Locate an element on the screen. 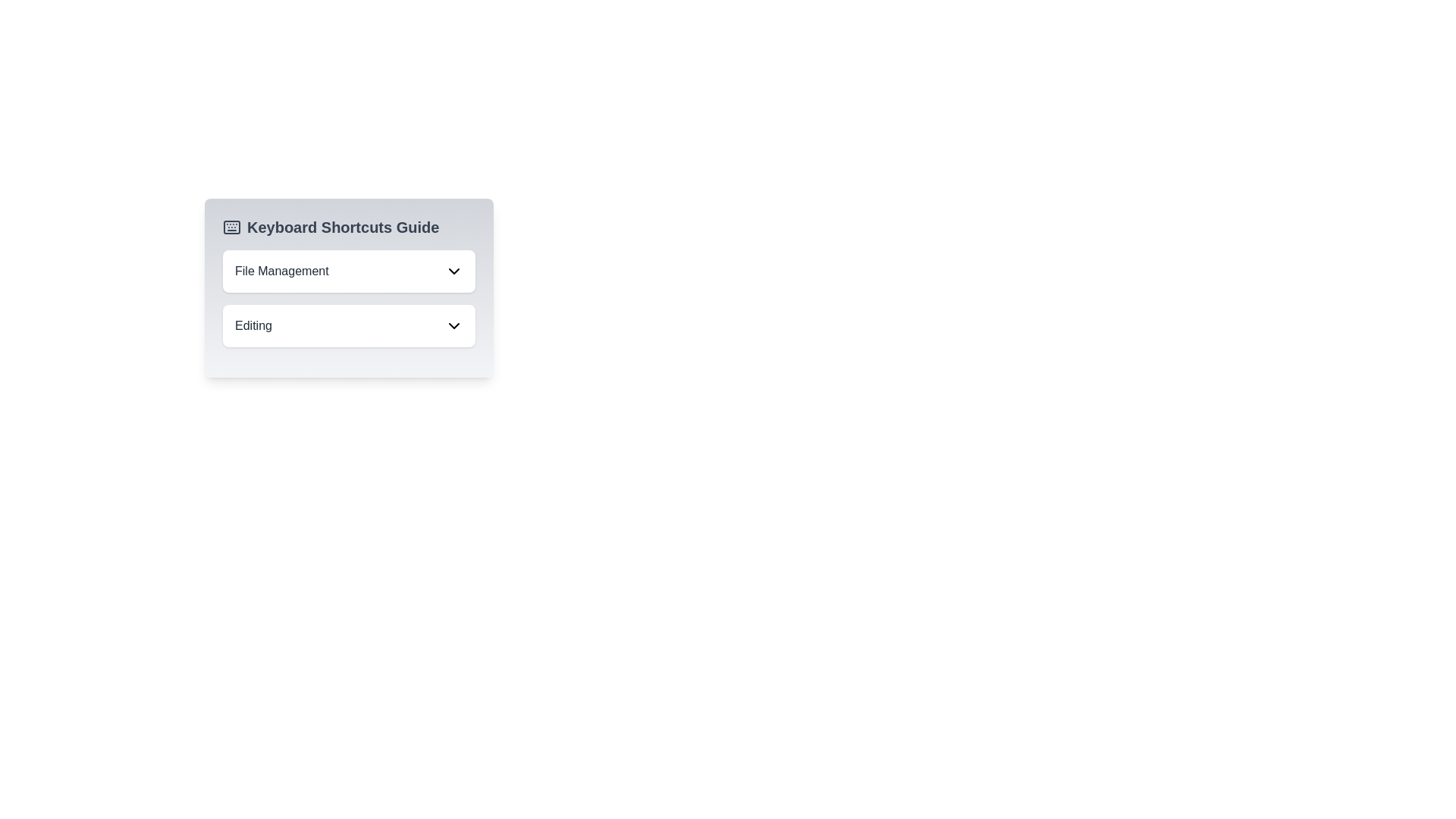  the downward-facing chevron arrow icon located to the right of the 'Editing' text is located at coordinates (453, 325).